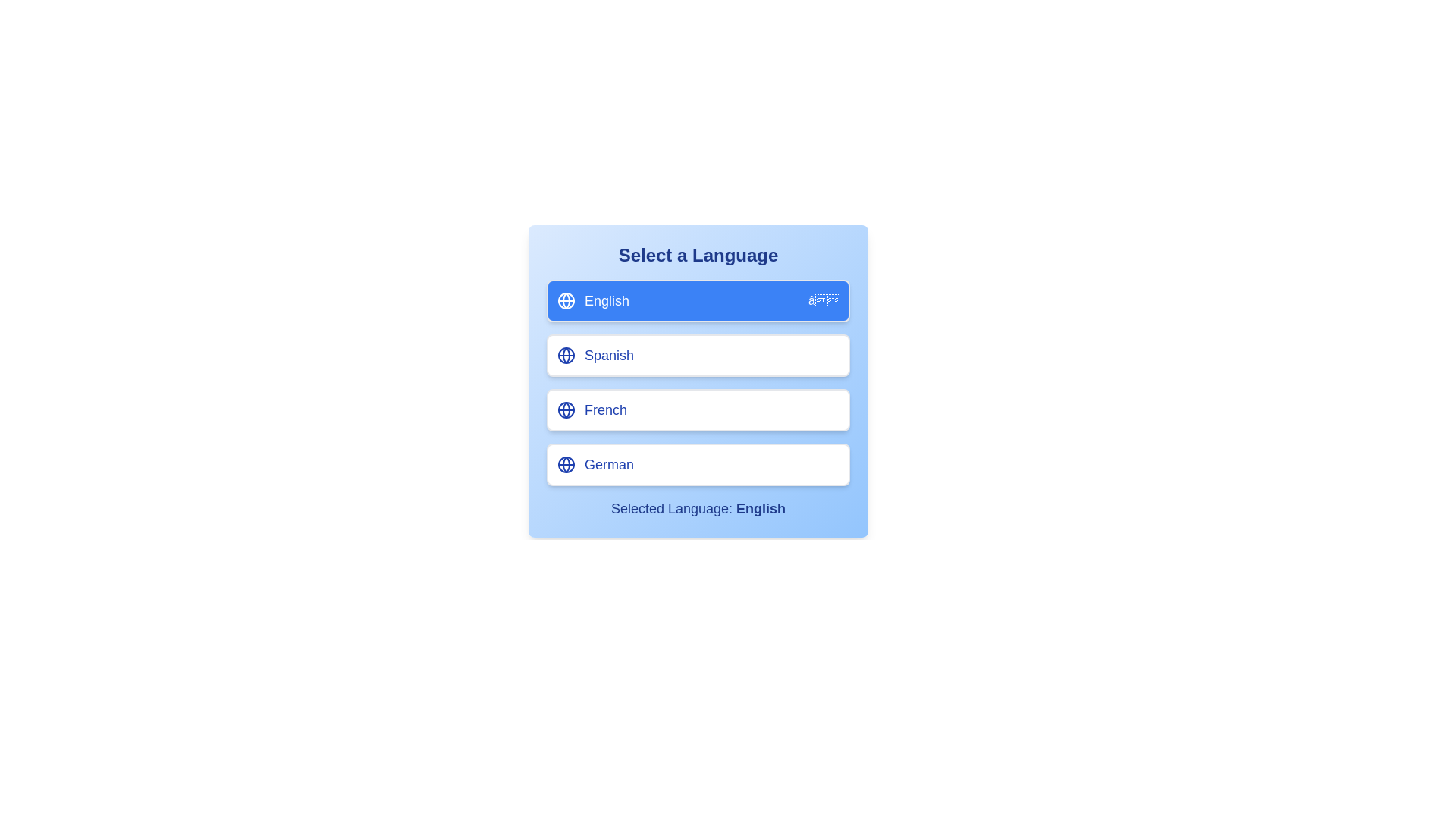 The width and height of the screenshot is (1456, 819). I want to click on text label that displays the currently selected language, confirming the user's choice, so click(698, 509).